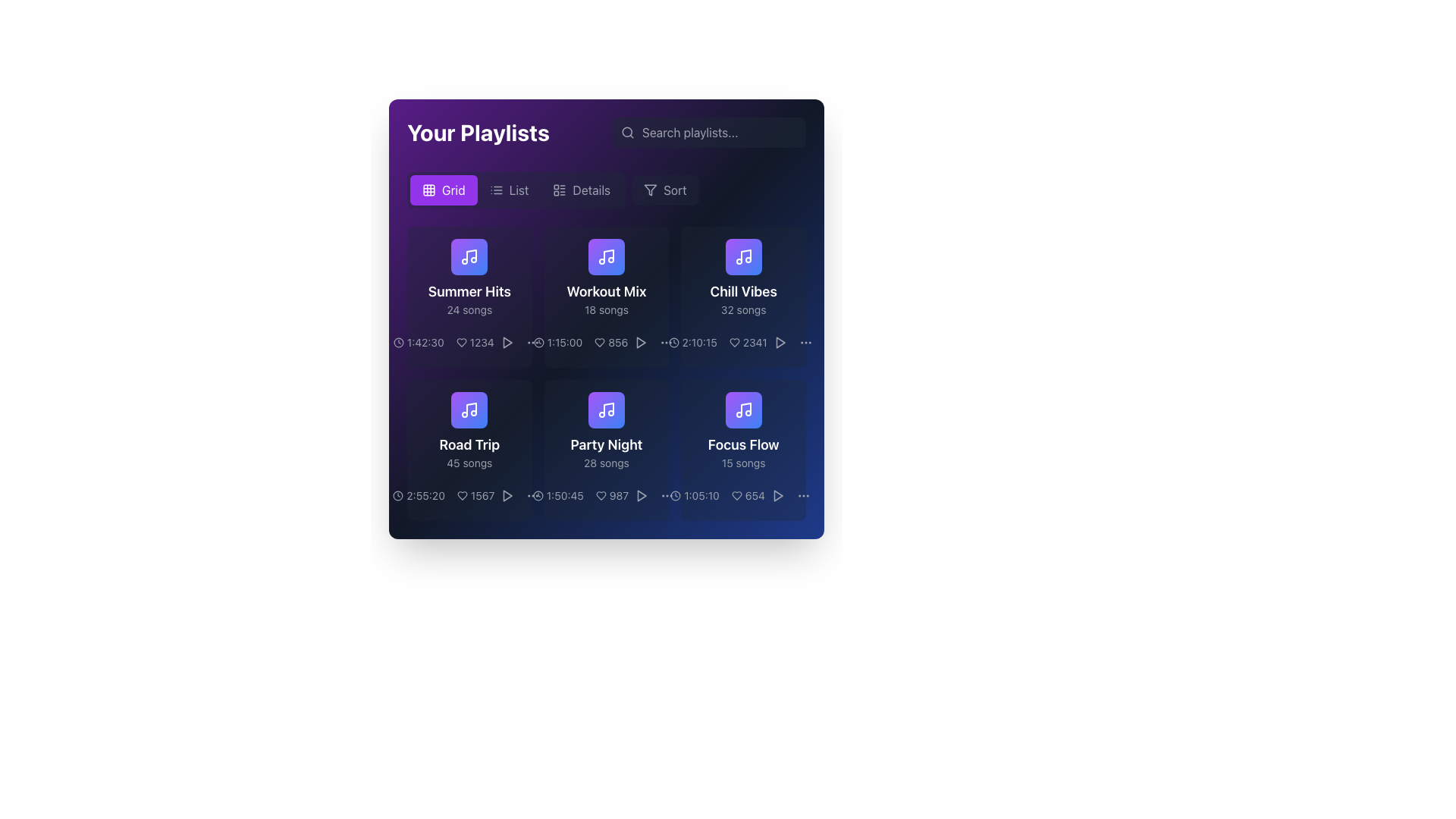 Image resolution: width=1456 pixels, height=819 pixels. Describe the element at coordinates (607, 409) in the screenshot. I see `the square button with a gradient background from purple to blue featuring a white music note icon, located in the second row, third column of the grid layout` at that location.